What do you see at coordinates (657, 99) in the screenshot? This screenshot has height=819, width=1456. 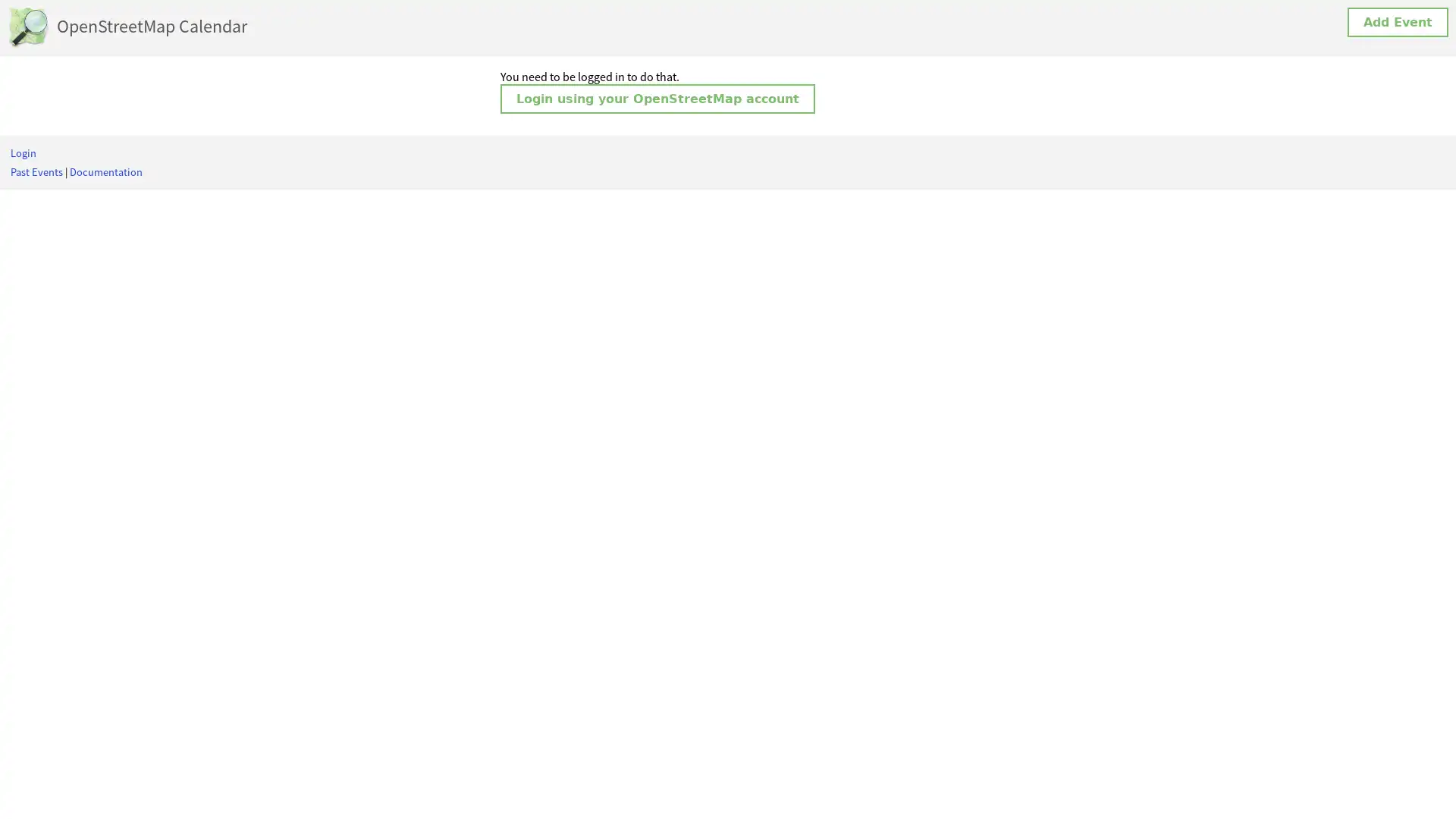 I see `Login using your OpenStreetMap account` at bounding box center [657, 99].